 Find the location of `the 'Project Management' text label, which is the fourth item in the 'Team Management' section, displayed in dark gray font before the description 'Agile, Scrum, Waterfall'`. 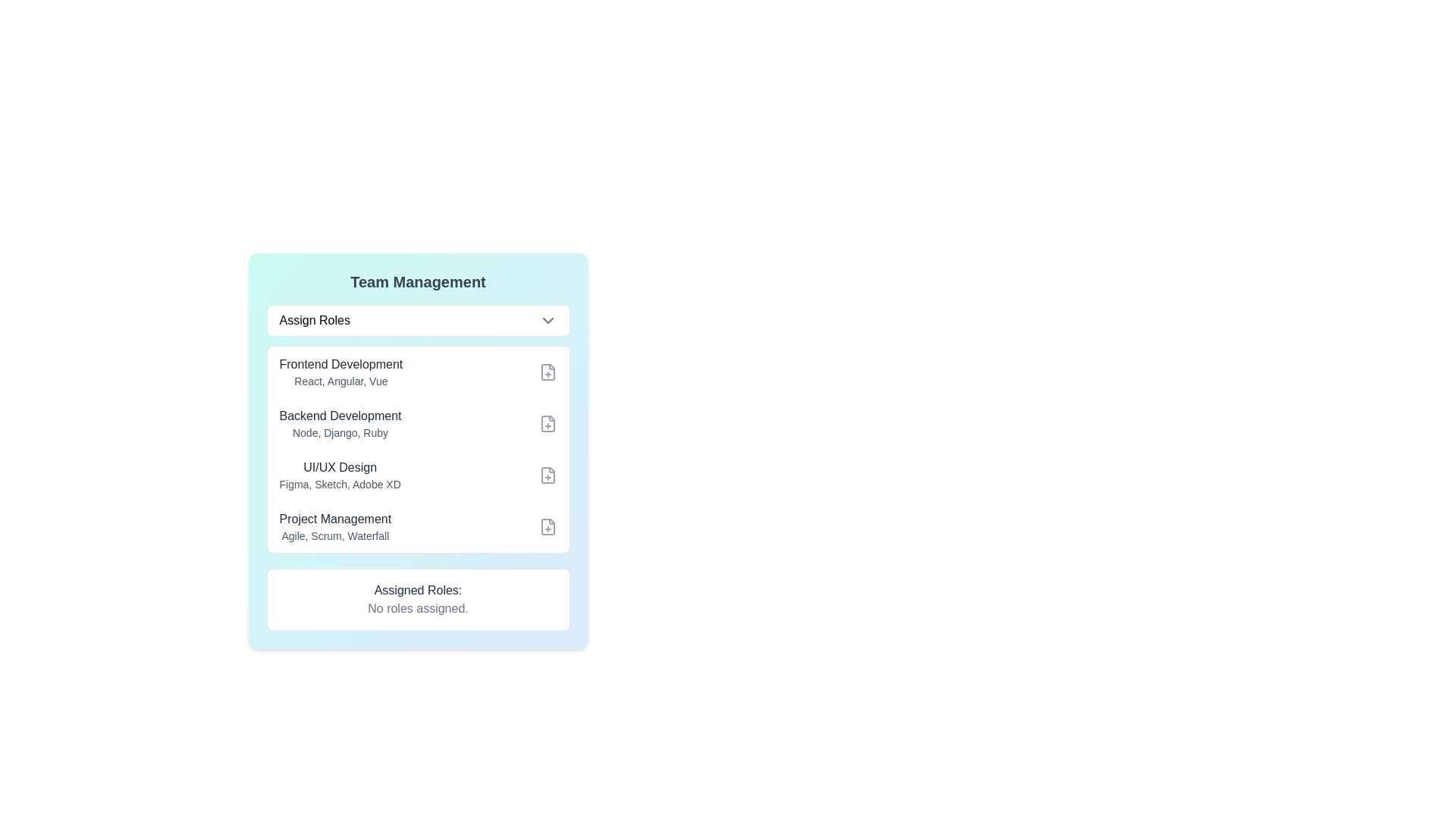

the 'Project Management' text label, which is the fourth item in the 'Team Management' section, displayed in dark gray font before the description 'Agile, Scrum, Waterfall' is located at coordinates (334, 519).